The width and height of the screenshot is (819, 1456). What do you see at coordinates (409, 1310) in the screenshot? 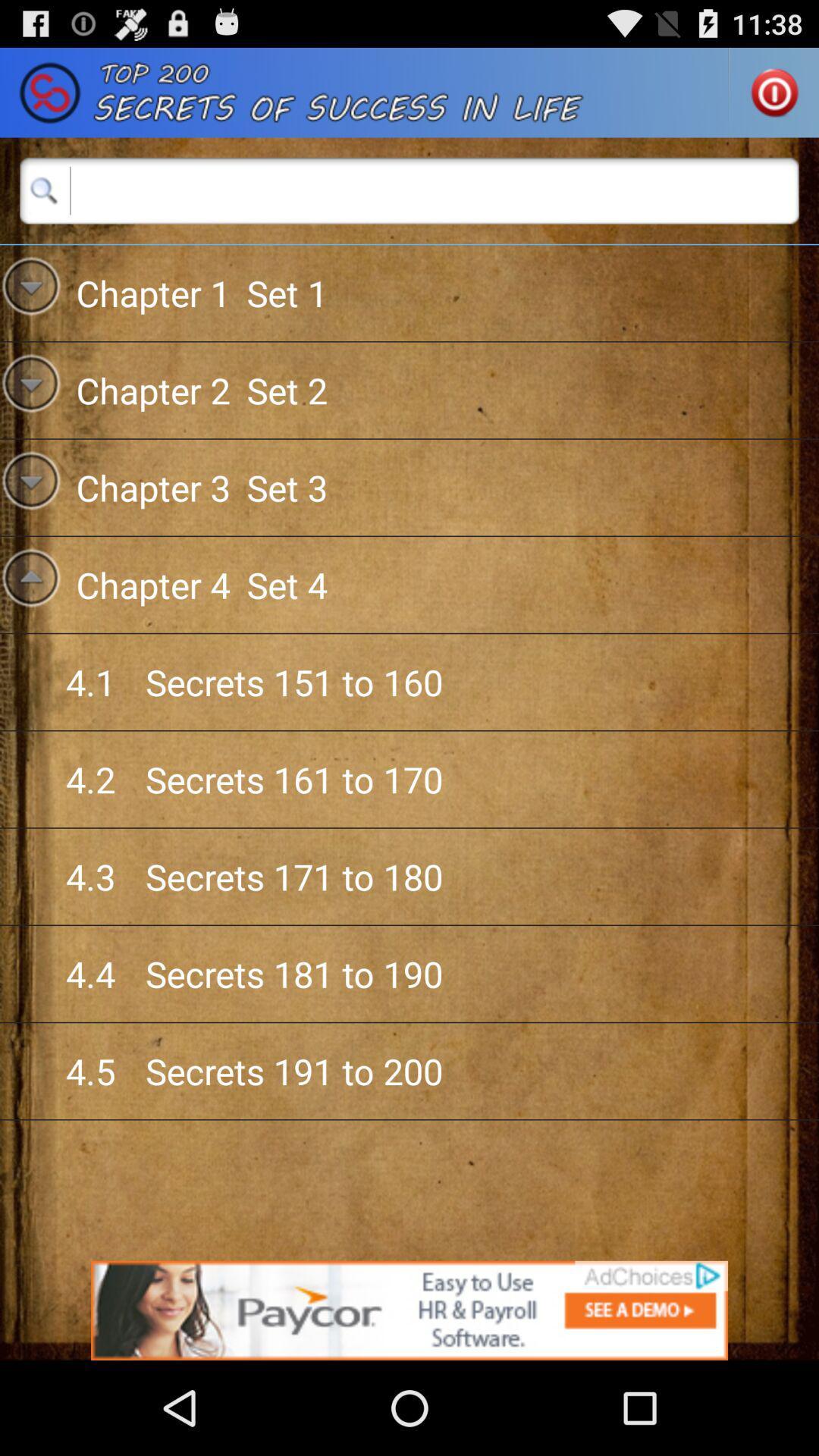
I see `advertisement` at bounding box center [409, 1310].